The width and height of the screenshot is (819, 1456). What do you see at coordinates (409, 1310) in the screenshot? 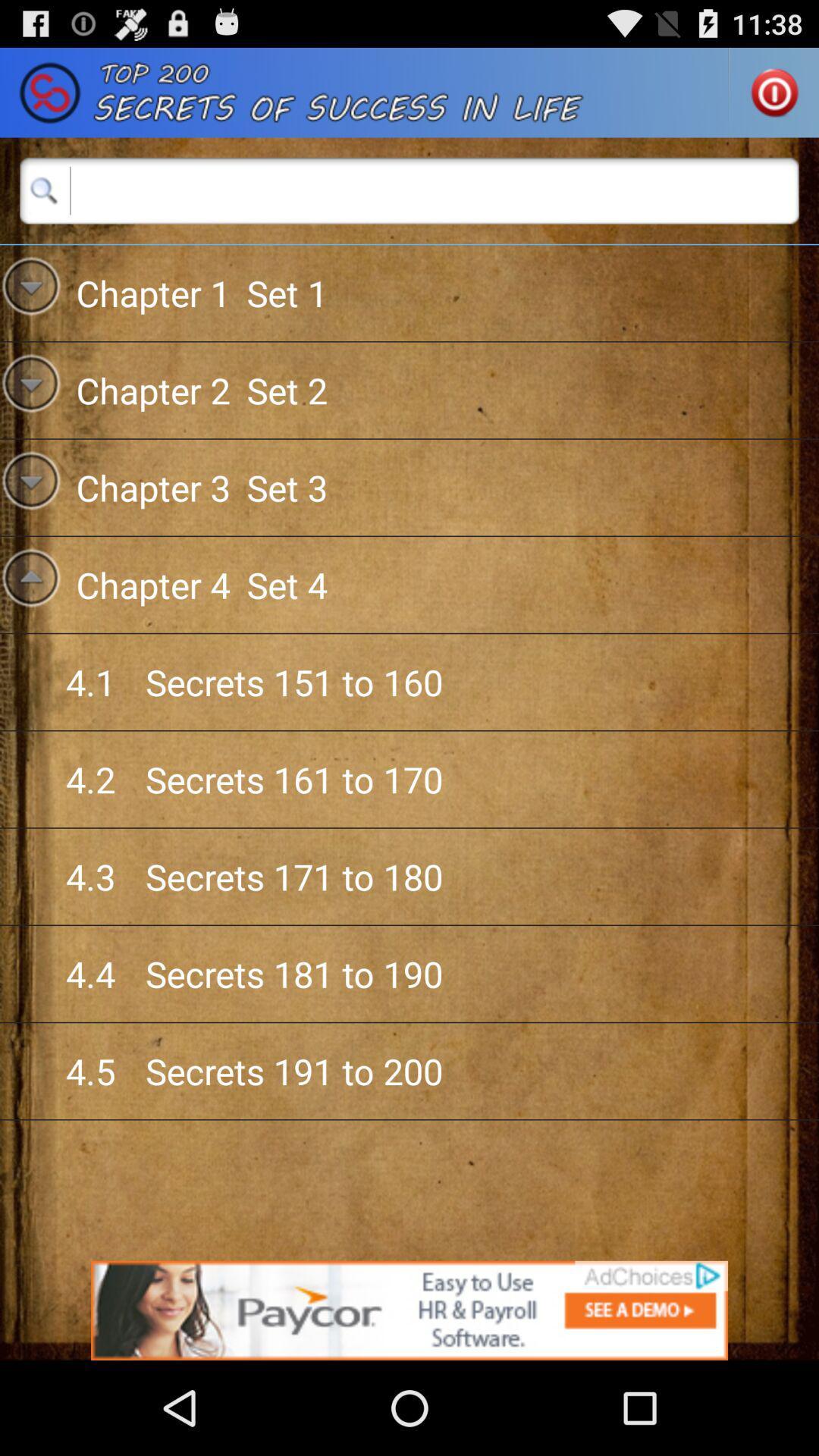
I see `advertisement` at bounding box center [409, 1310].